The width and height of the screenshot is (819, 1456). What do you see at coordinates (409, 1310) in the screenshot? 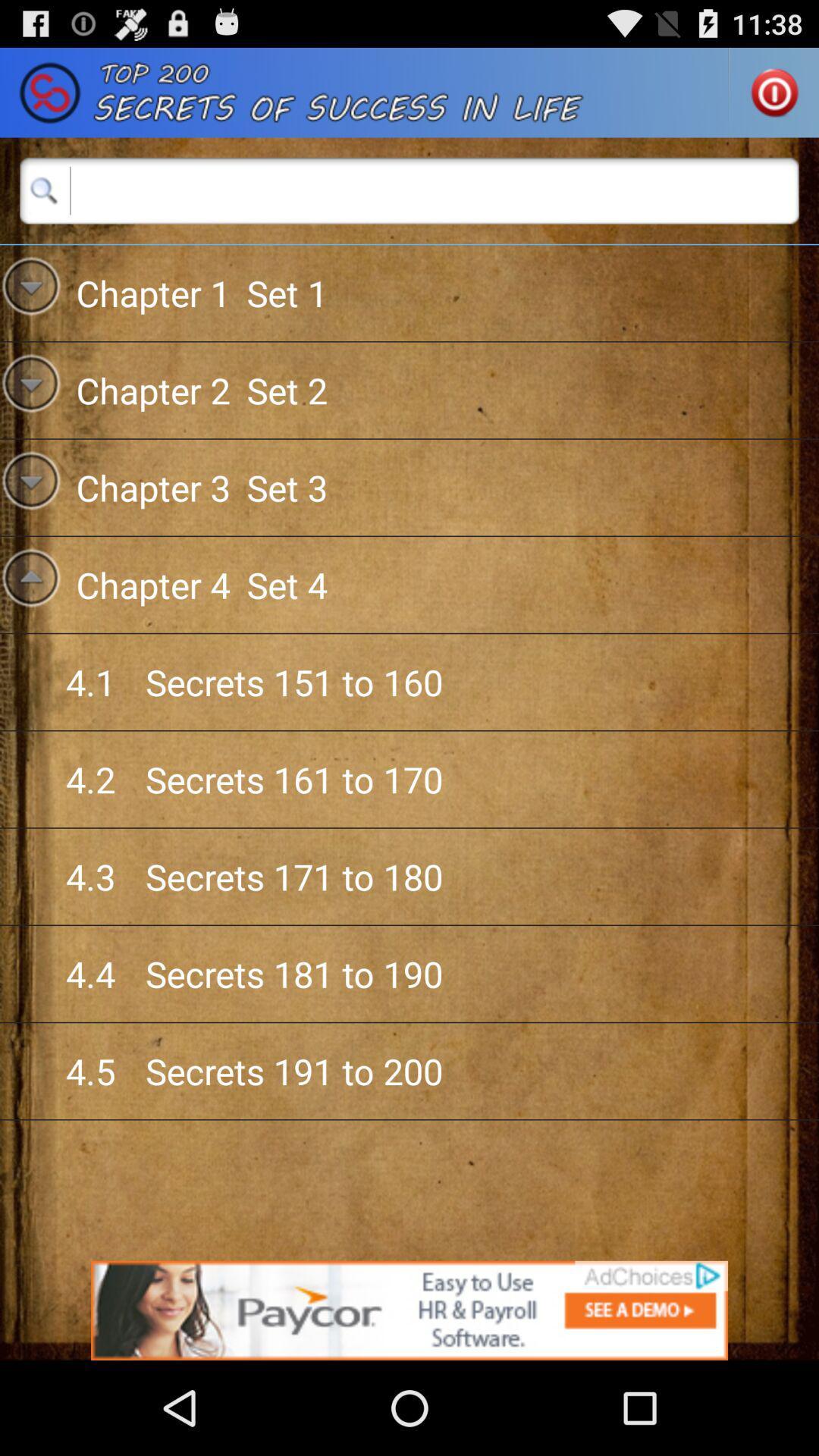
I see `advertisement` at bounding box center [409, 1310].